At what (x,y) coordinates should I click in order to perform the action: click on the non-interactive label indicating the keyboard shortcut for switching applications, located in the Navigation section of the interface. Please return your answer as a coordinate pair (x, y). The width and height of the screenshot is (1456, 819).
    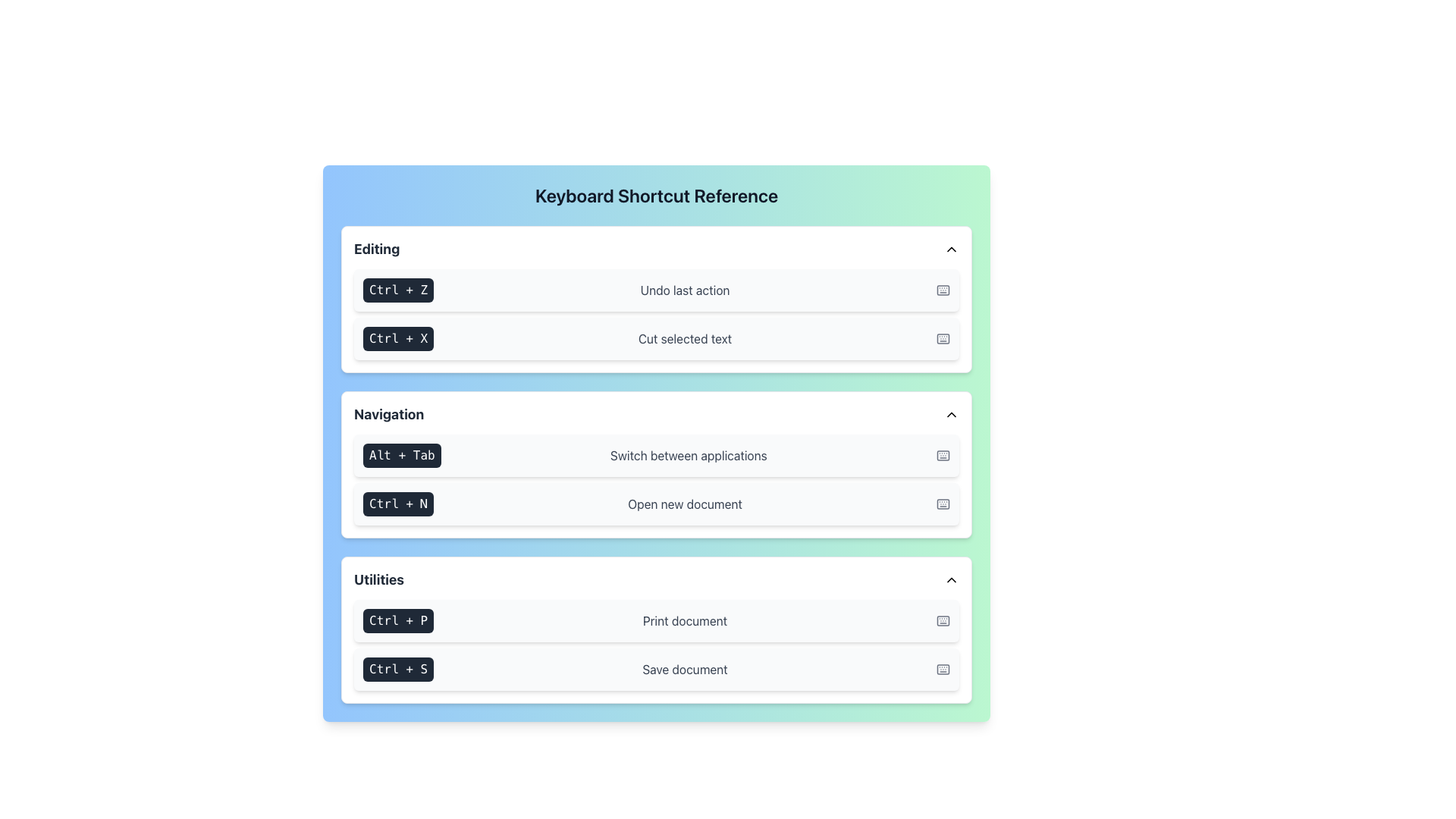
    Looking at the image, I should click on (402, 455).